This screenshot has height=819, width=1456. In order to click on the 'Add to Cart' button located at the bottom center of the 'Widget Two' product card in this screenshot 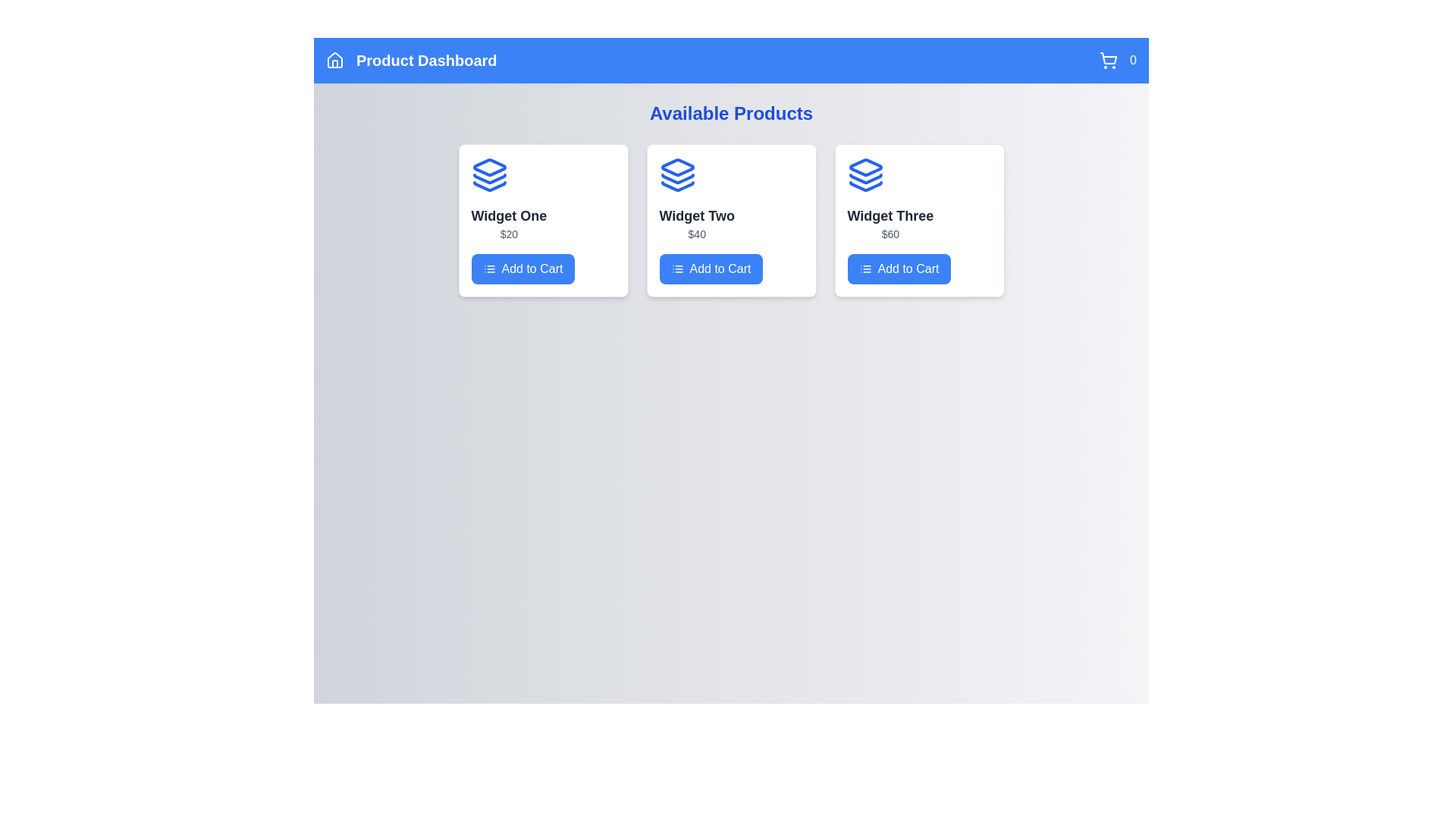, I will do `click(710, 268)`.